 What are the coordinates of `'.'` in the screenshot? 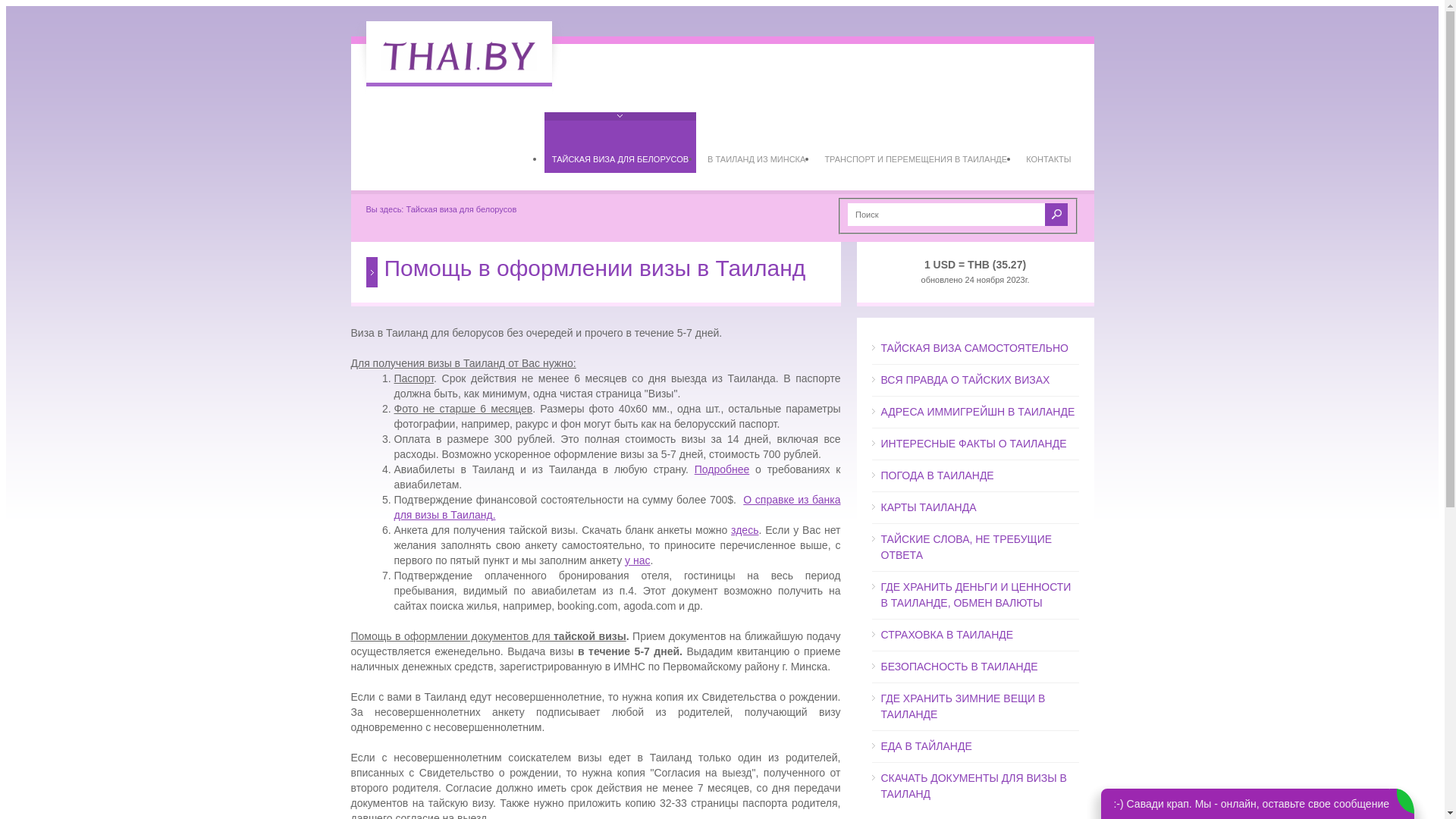 It's located at (494, 513).